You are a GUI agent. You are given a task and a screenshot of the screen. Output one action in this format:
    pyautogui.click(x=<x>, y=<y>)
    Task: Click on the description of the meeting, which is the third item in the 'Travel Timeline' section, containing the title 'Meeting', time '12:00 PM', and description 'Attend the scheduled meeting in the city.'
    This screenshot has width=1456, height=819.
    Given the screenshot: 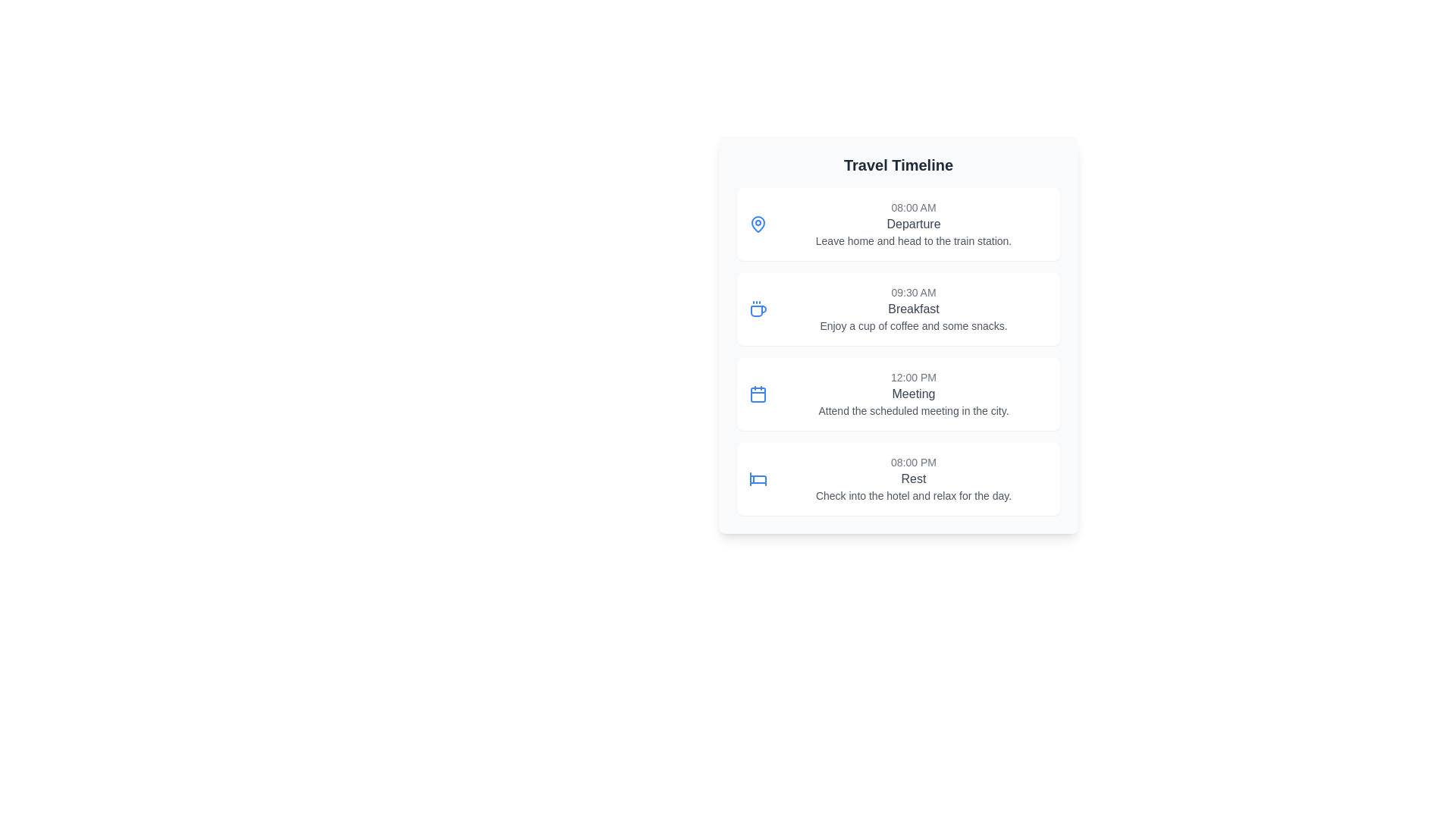 What is the action you would take?
    pyautogui.click(x=912, y=394)
    